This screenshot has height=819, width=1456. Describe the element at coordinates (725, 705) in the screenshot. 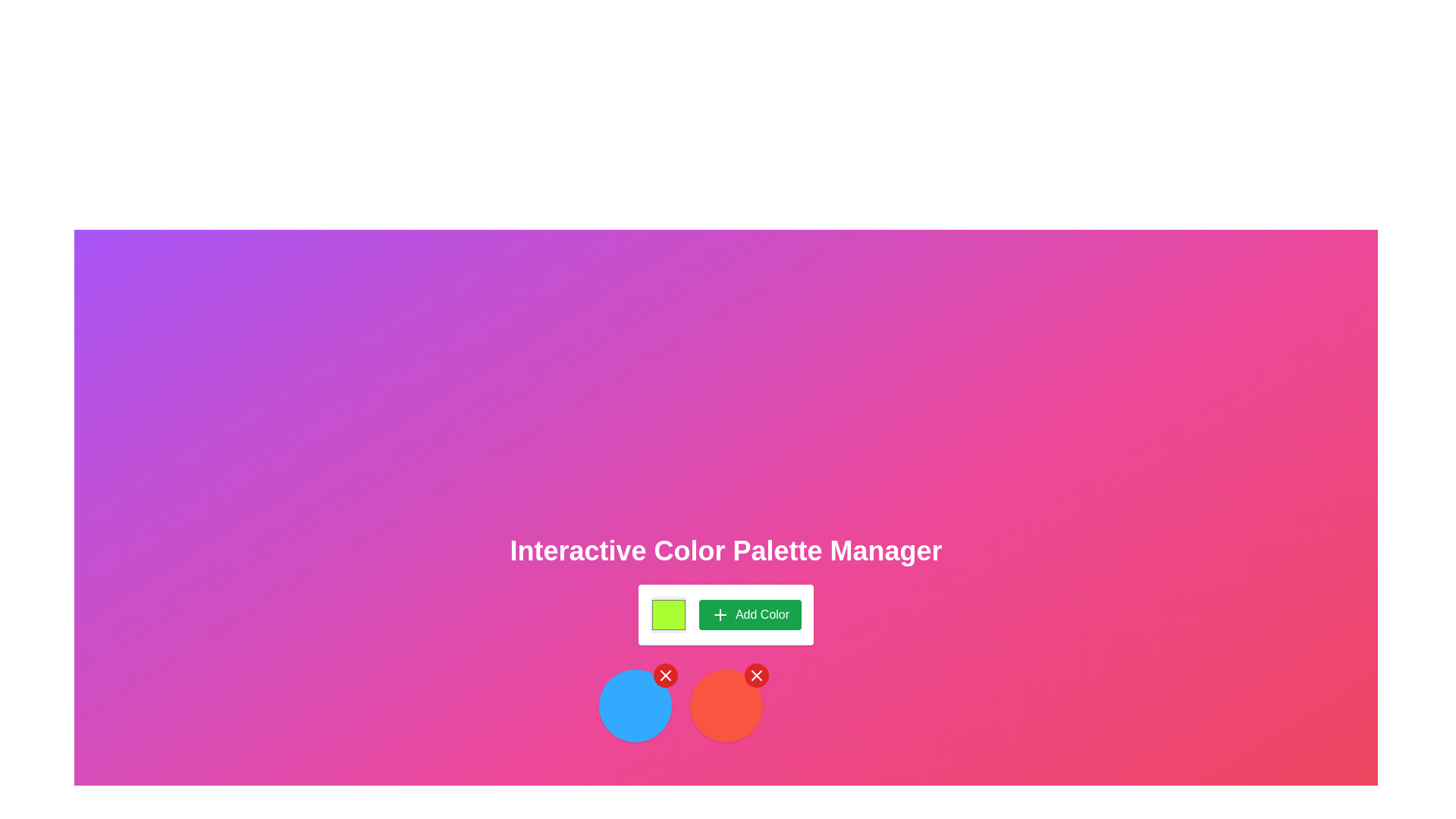

I see `the circular button with a red background and a white 'X' symbol inside, which is the second button in a row of three located below the 'Add Color' button` at that location.